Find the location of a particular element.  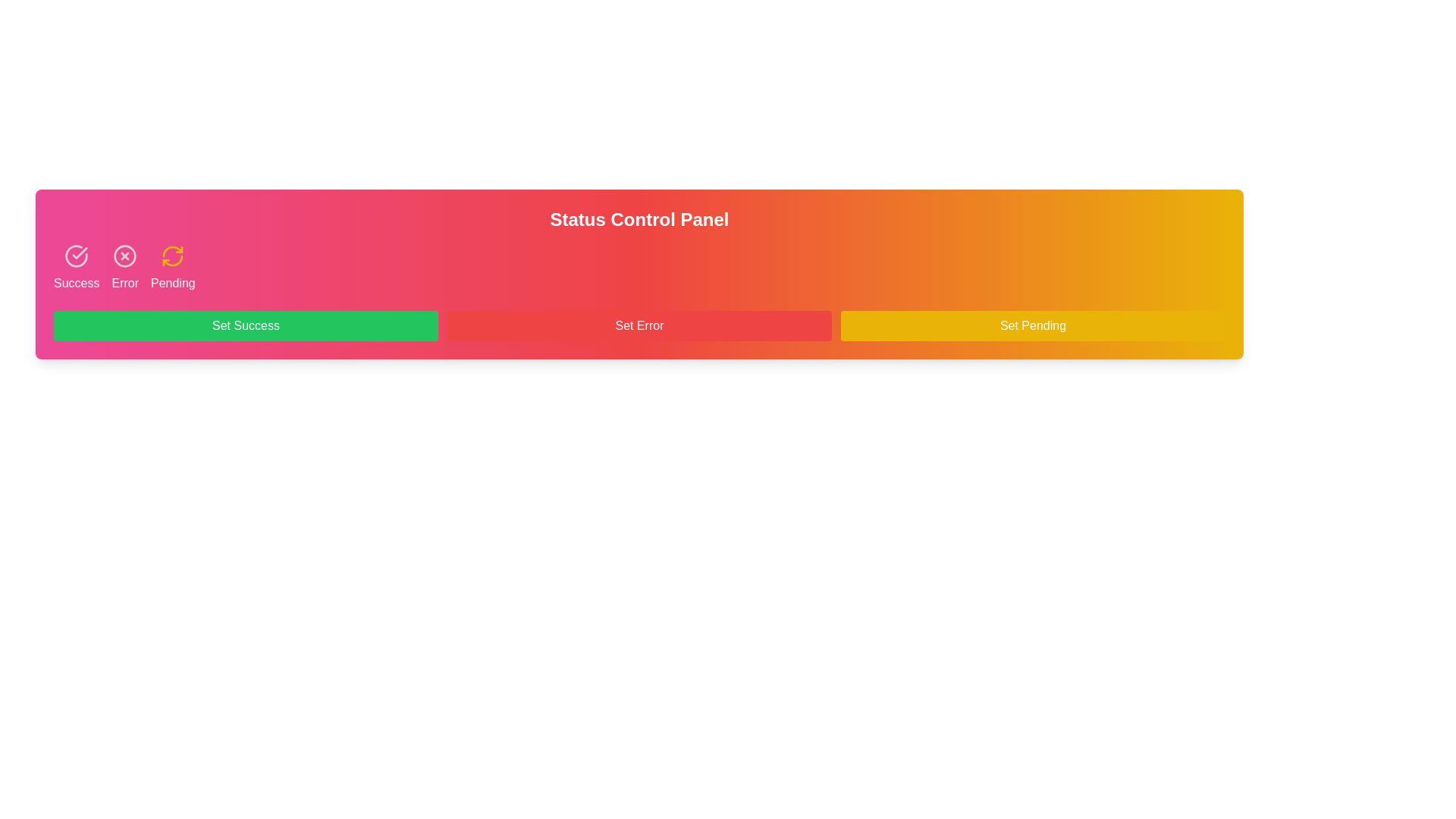

the rectangular button labeled 'Set Pending' with a bright yellow background to set the status to pending is located at coordinates (1032, 325).